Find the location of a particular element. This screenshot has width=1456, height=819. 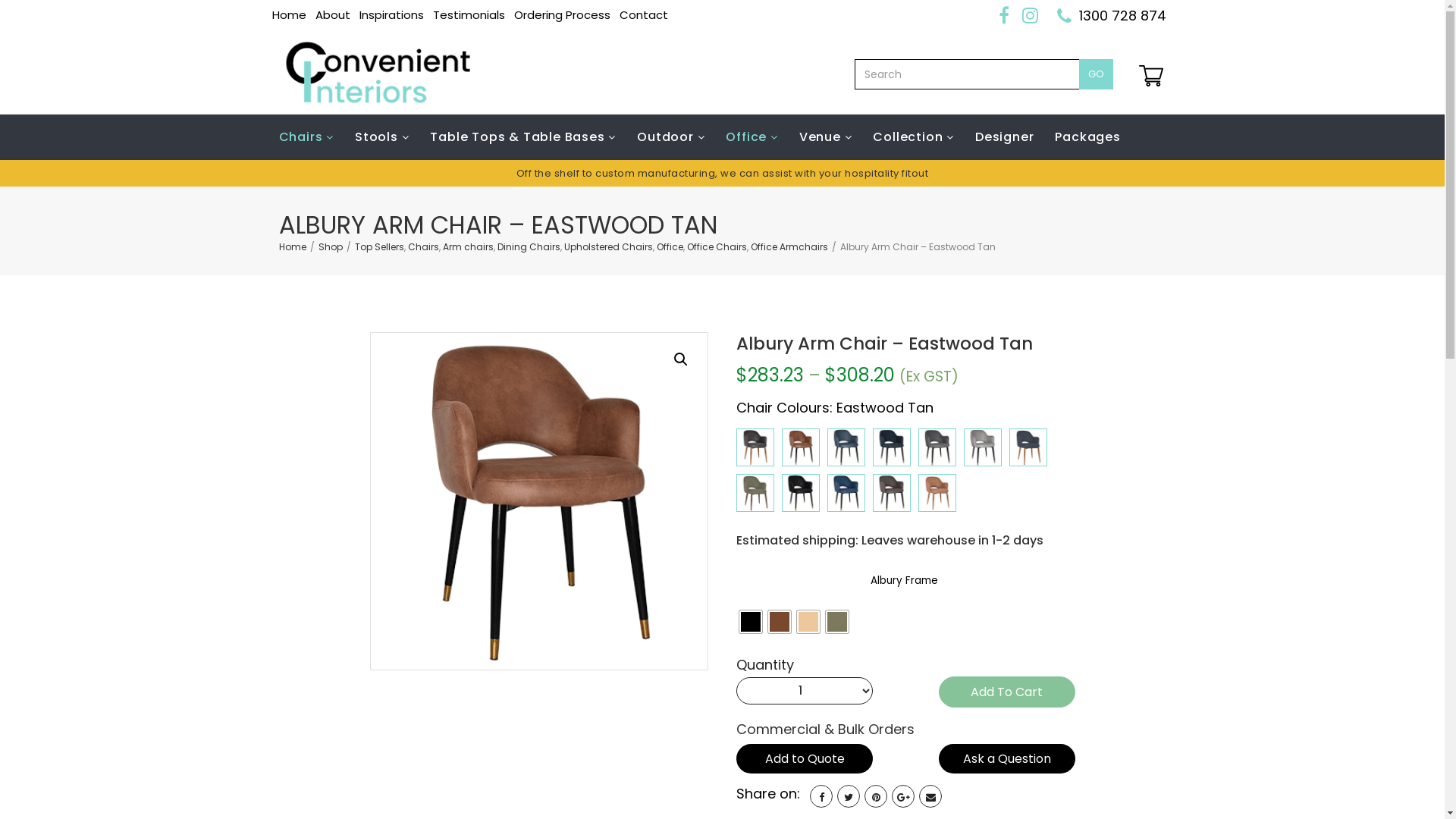

'Outdoor' is located at coordinates (670, 137).